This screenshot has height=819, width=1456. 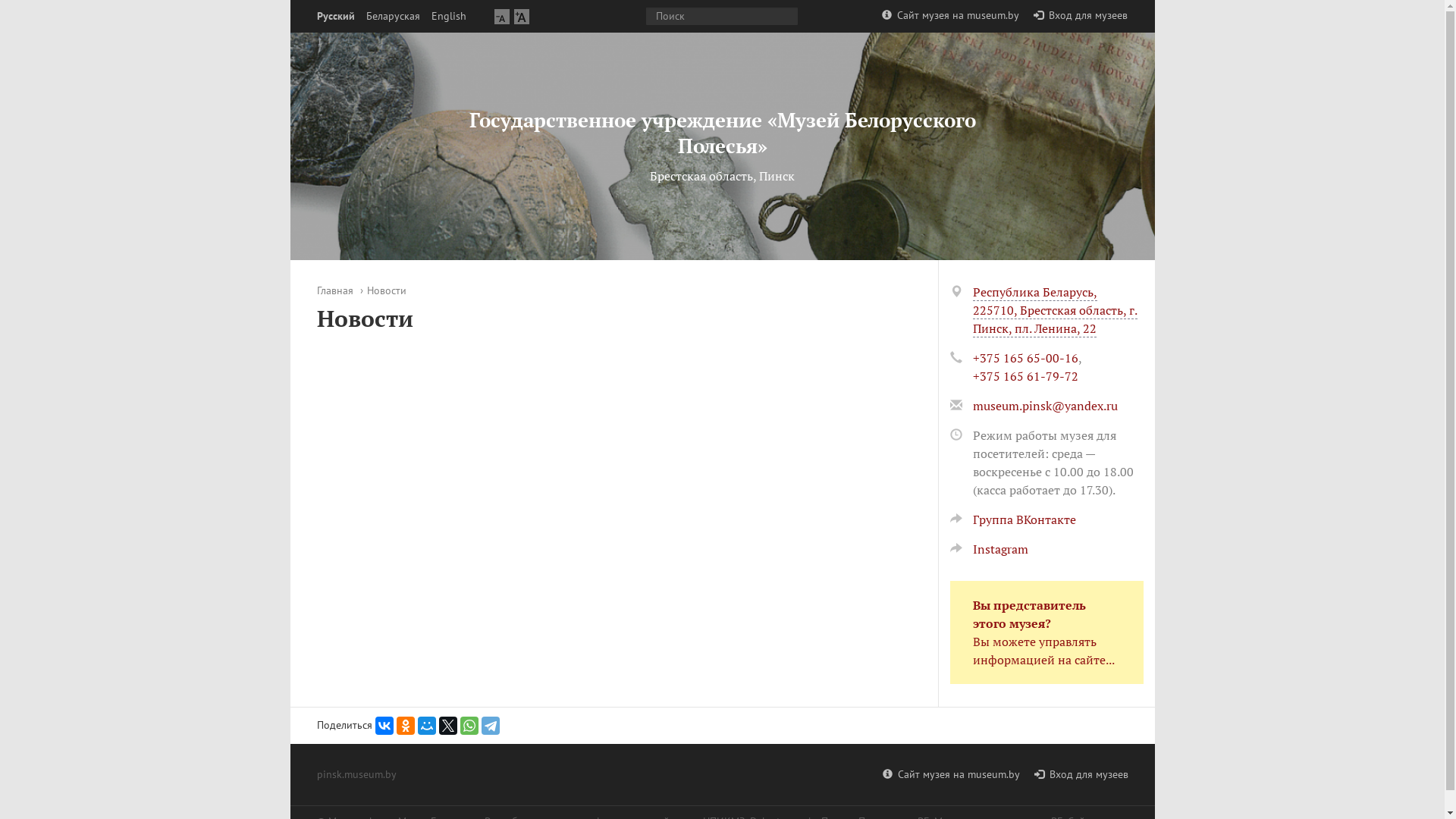 What do you see at coordinates (494, 16) in the screenshot?
I see `'A'` at bounding box center [494, 16].